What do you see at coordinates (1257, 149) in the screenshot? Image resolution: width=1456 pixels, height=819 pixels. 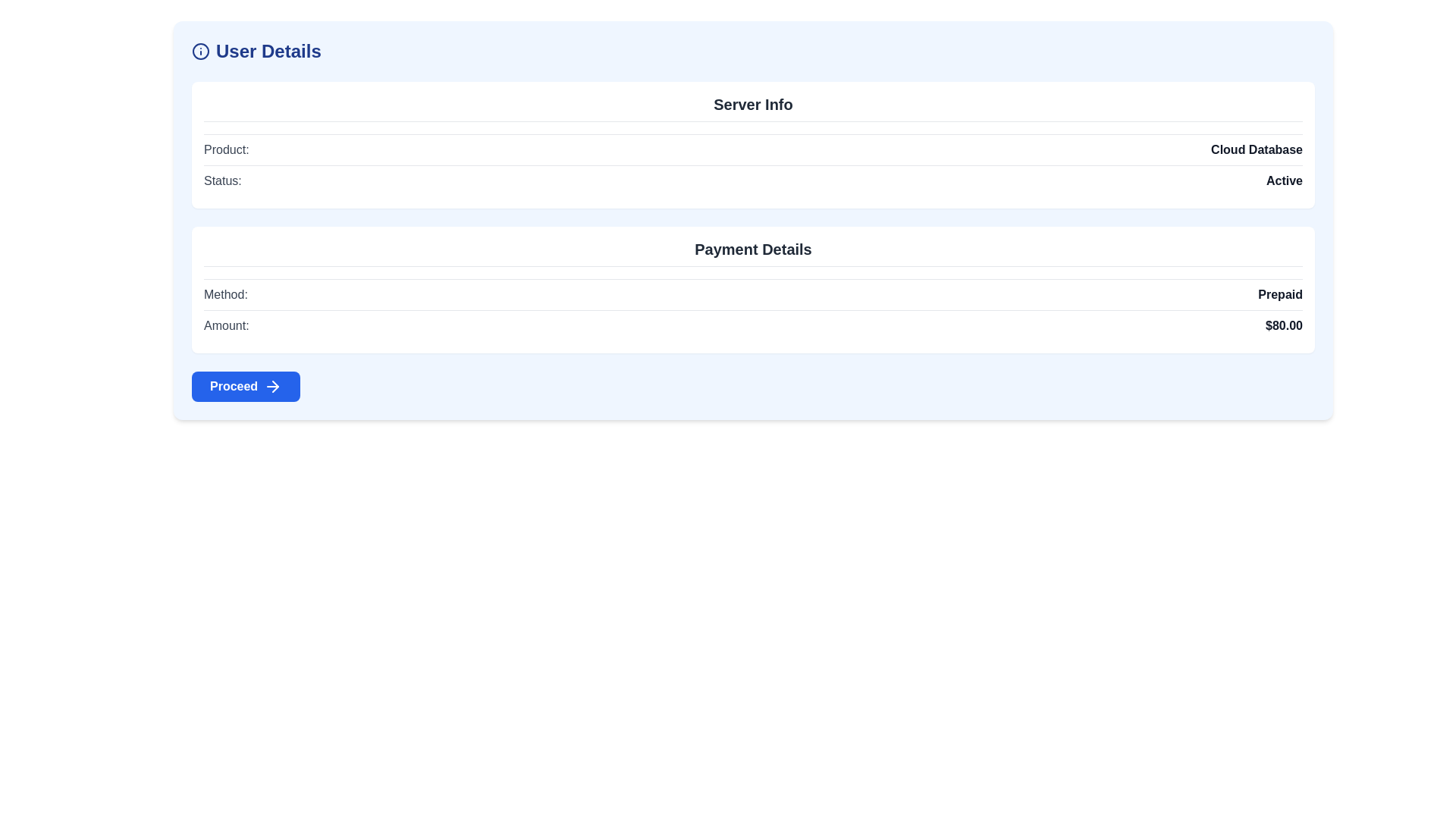 I see `the non-interactive text label displaying 'Cloud Database', located to the right of the 'Product:' label in the Server Info section` at bounding box center [1257, 149].